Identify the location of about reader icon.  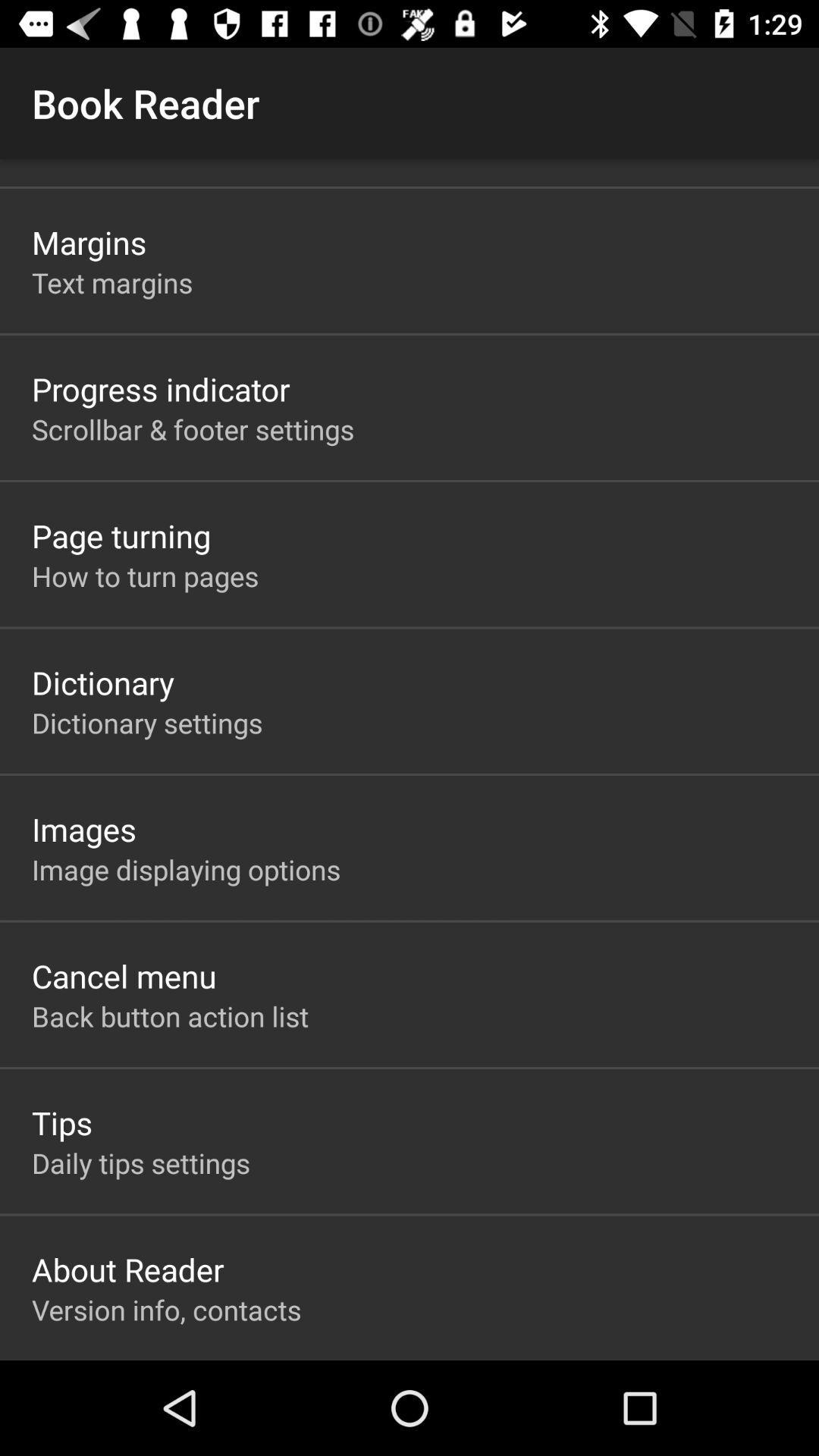
(127, 1269).